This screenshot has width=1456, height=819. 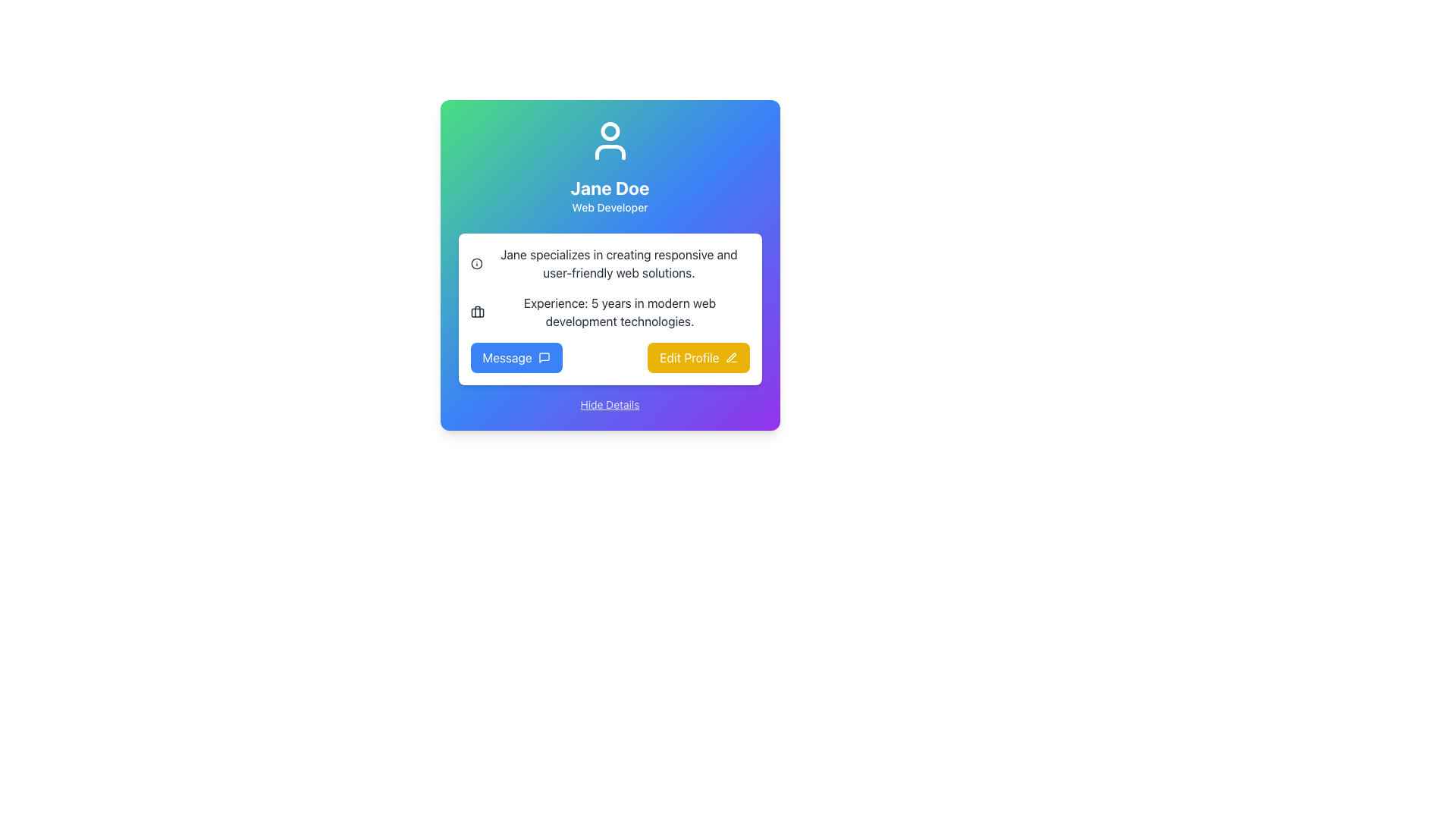 I want to click on the text element displaying 'Jane Doe', which is rendered in a bold font and is positioned directly below a user profile icon, so click(x=610, y=187).